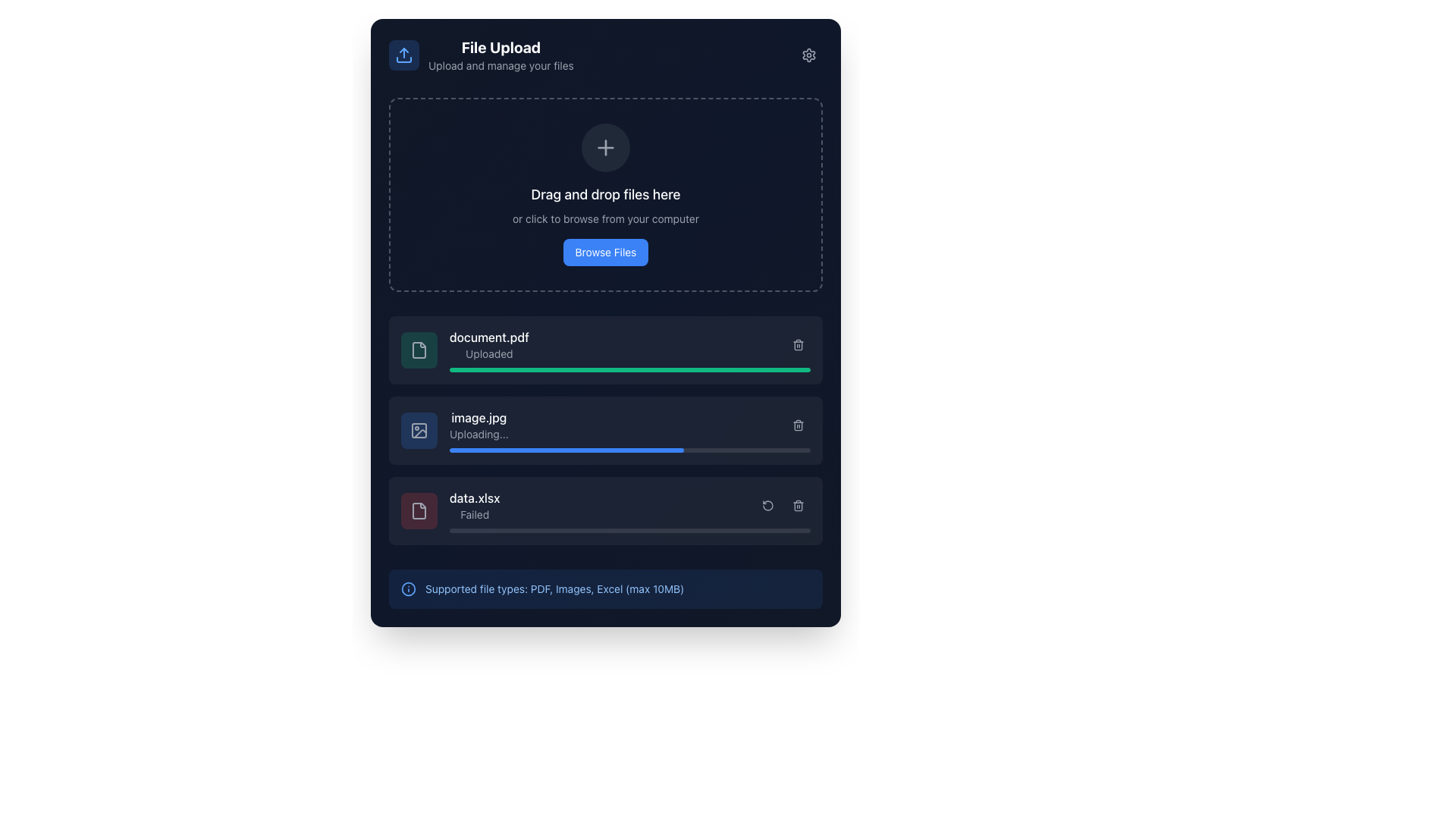  I want to click on the filename in the first row of the file listing section of the upload interface to preview or download the file, so click(489, 345).